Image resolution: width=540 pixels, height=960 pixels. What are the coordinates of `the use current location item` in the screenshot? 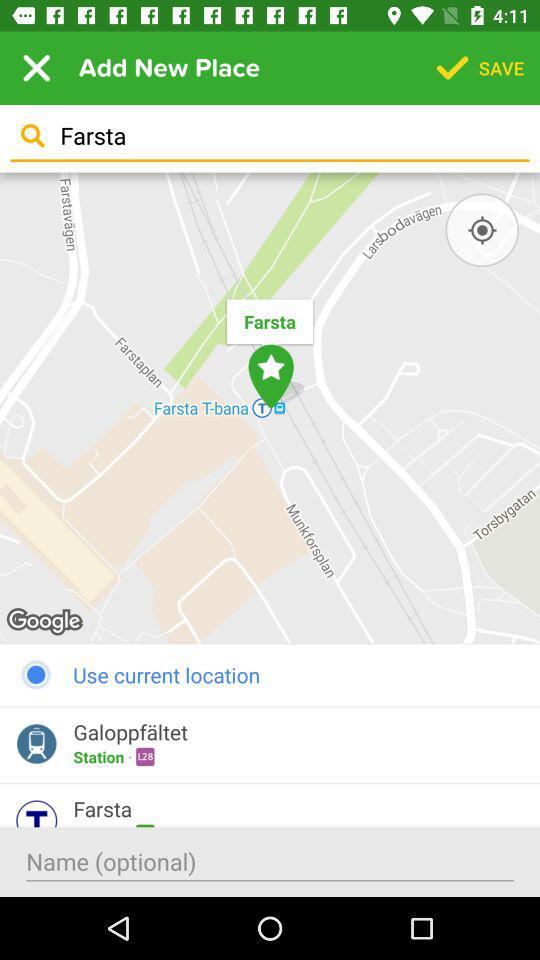 It's located at (270, 674).